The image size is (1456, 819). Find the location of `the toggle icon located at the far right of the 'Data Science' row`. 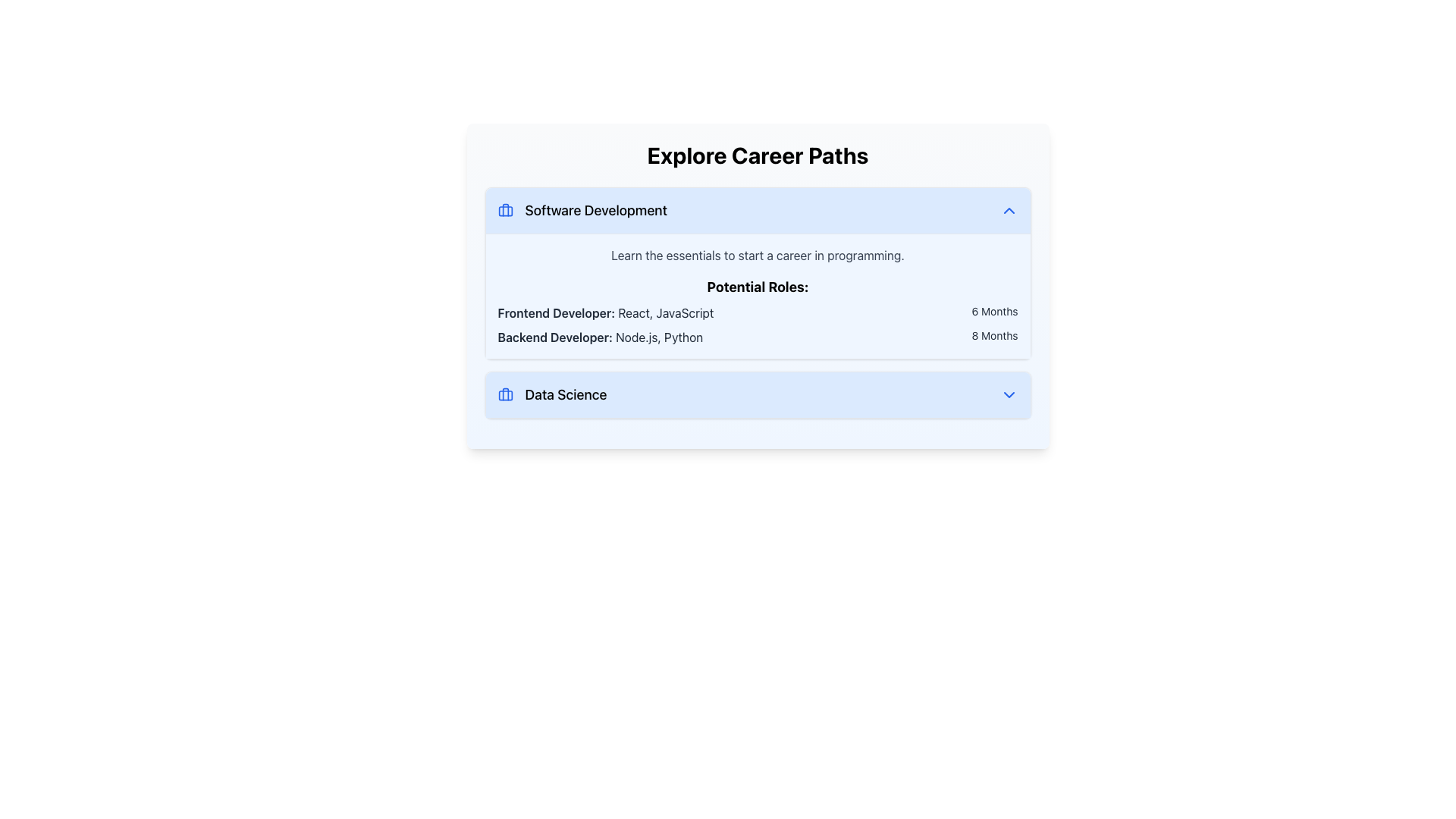

the toggle icon located at the far right of the 'Data Science' row is located at coordinates (1009, 394).